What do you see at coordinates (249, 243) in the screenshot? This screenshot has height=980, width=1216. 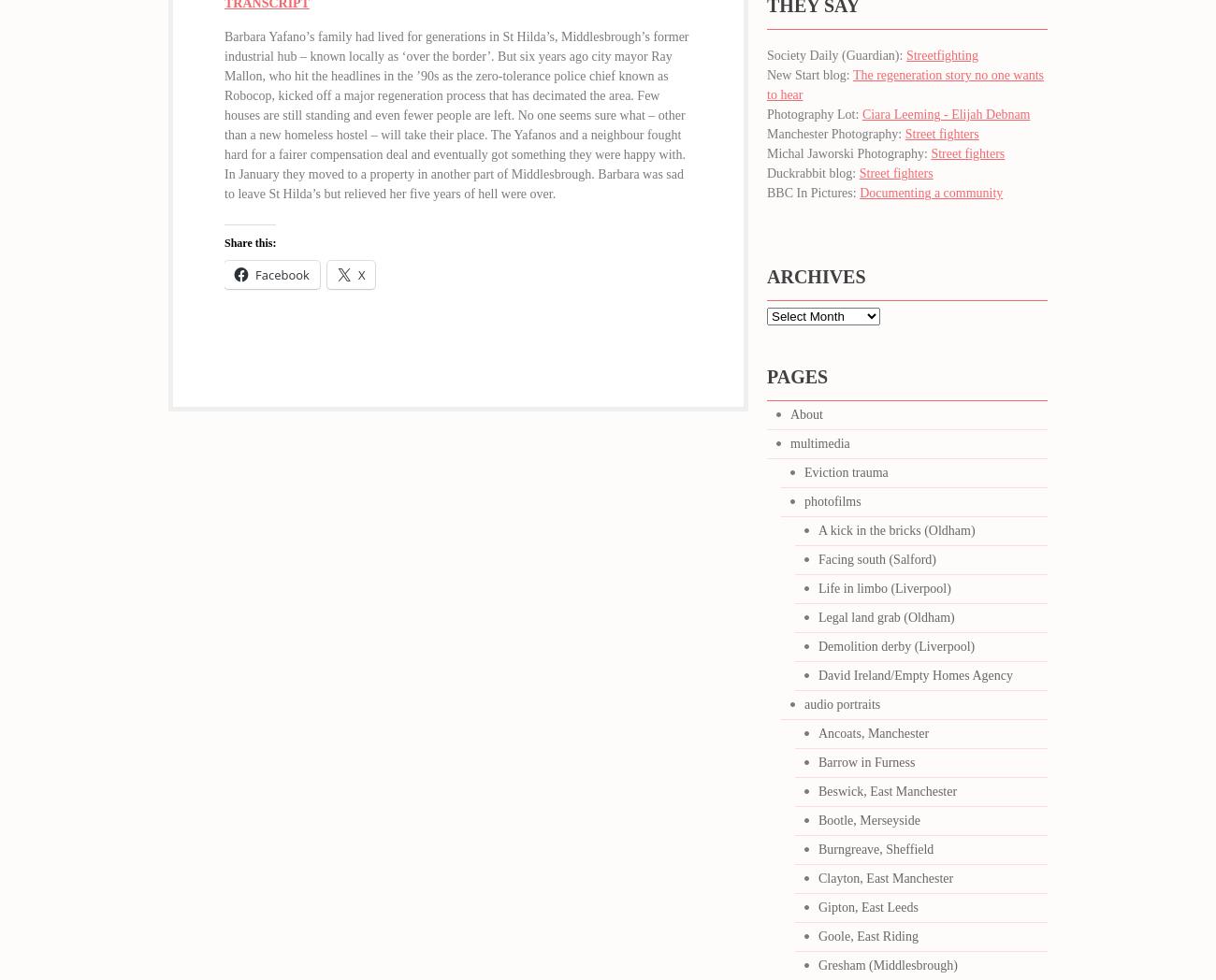 I see `'Share this:'` at bounding box center [249, 243].